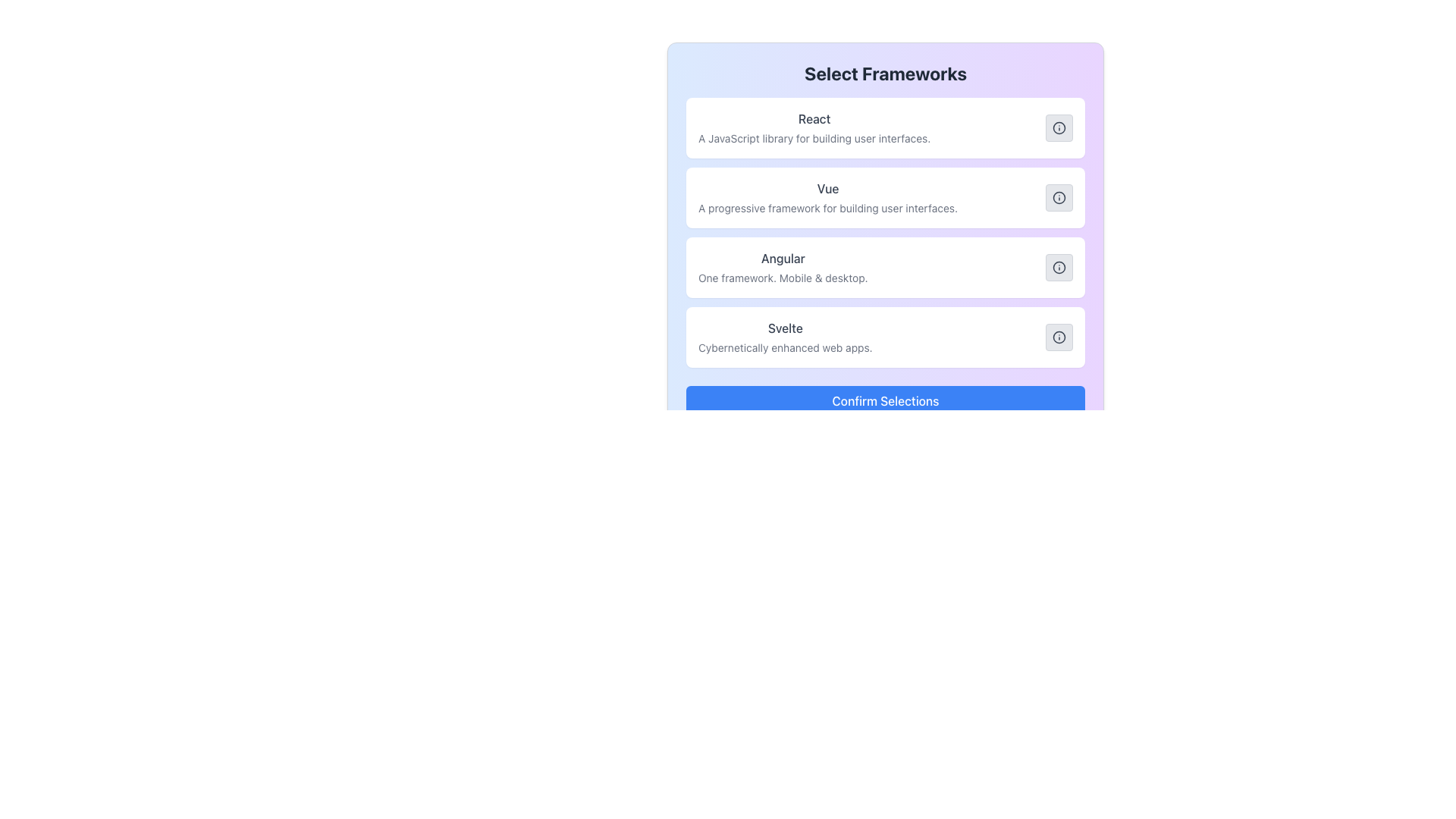 This screenshot has width=1456, height=819. Describe the element at coordinates (814, 127) in the screenshot. I see `main text 'React' and its description from the Text label with description located in the 'Select Frameworks' interface, which is the topmost item in the list of framework options` at that location.